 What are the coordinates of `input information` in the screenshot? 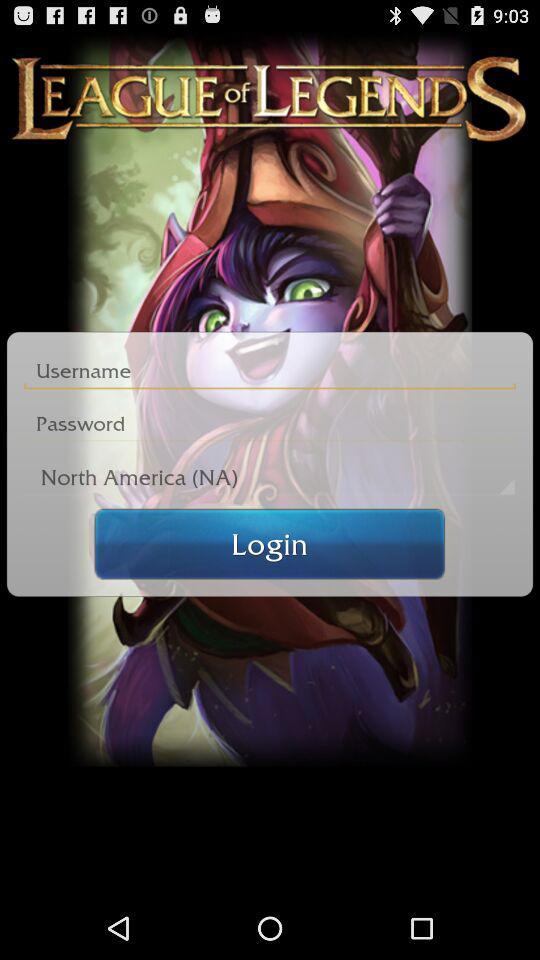 It's located at (270, 370).